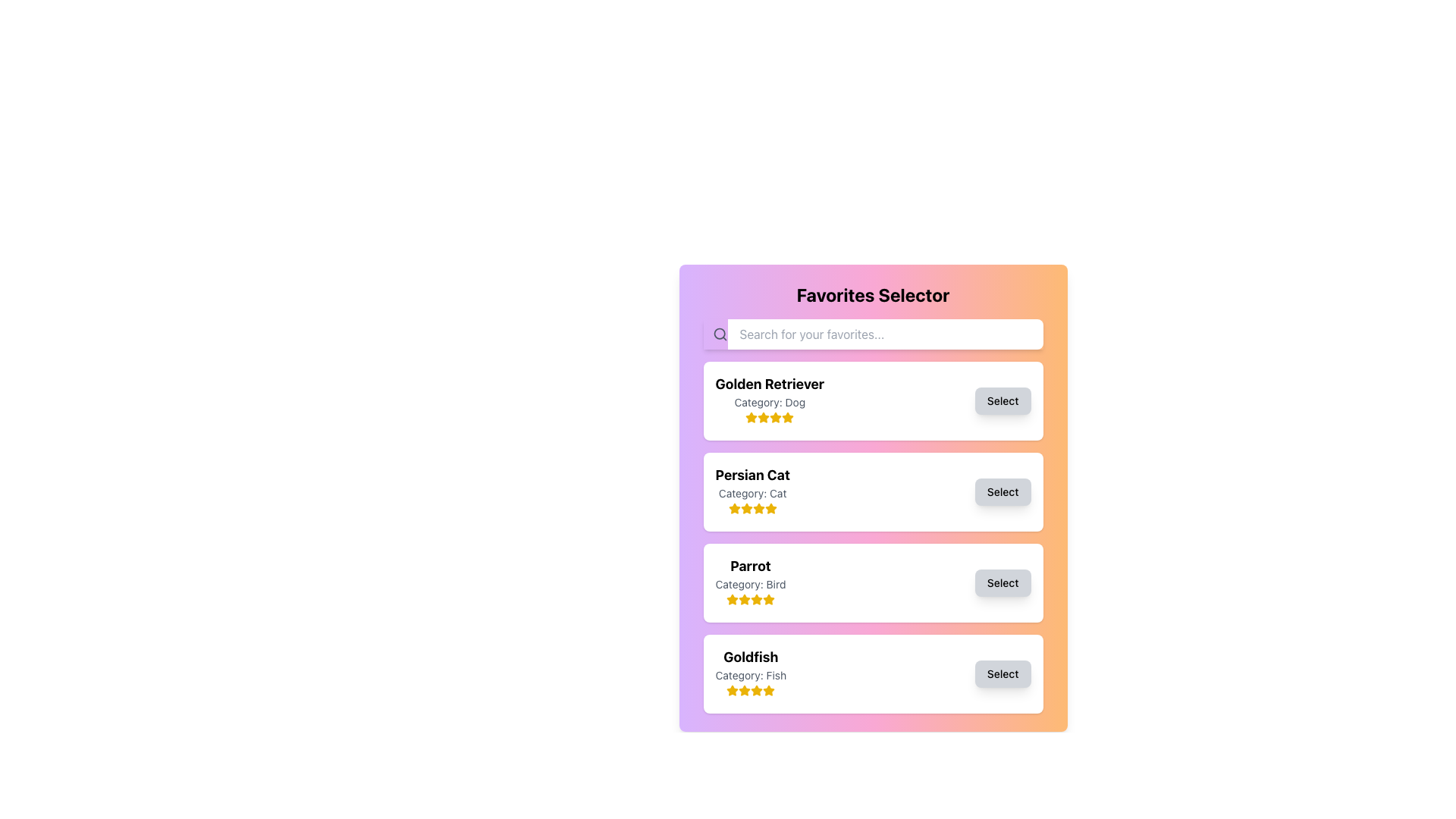 The image size is (1456, 819). I want to click on the first star icon of the 5-star rating system for the 'Goldfish' card located at the bottom-most section of the list, so click(733, 690).